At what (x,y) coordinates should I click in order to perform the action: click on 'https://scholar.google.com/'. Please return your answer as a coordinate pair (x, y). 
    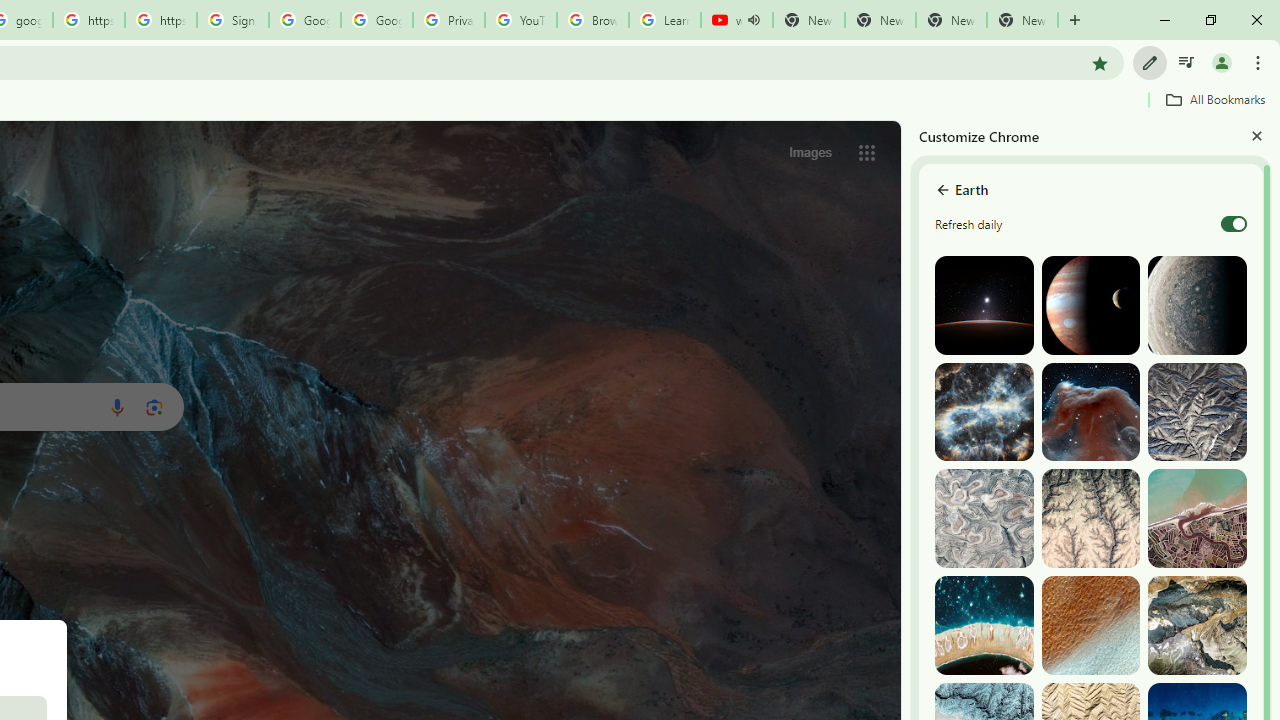
    Looking at the image, I should click on (161, 20).